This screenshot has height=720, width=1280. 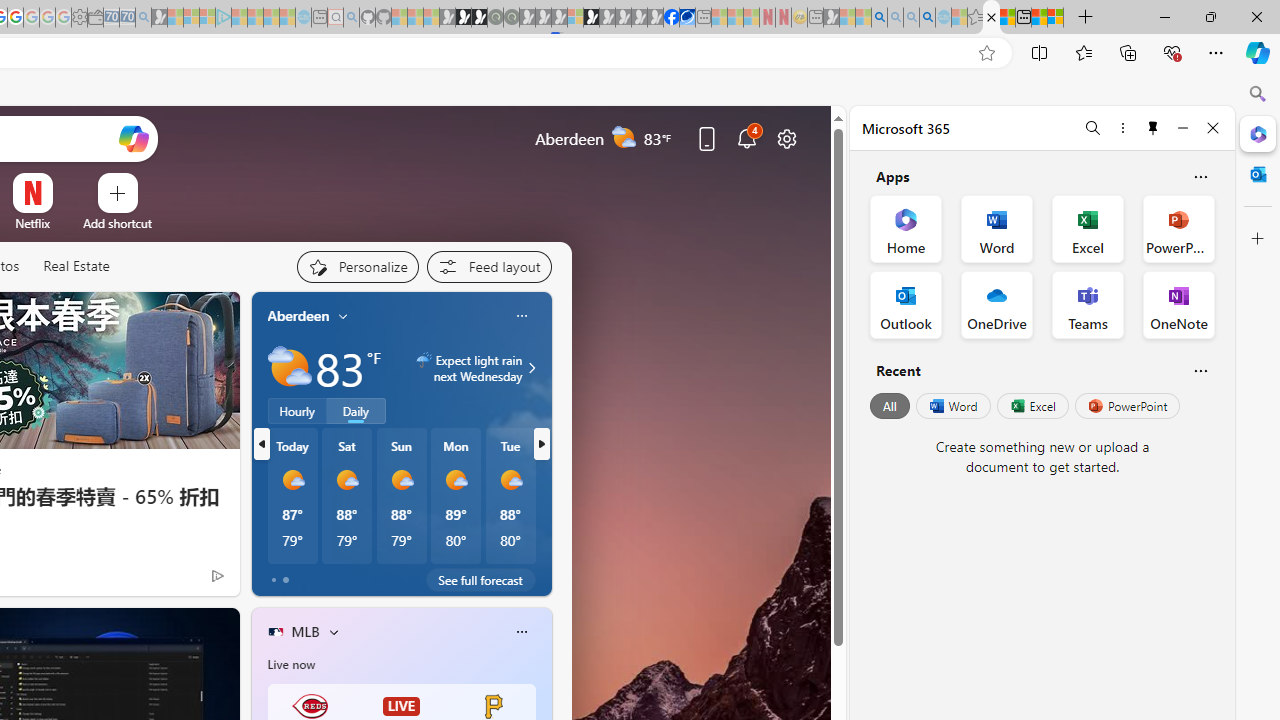 I want to click on 'Microsoft Start Gaming - Sleeping', so click(x=160, y=17).